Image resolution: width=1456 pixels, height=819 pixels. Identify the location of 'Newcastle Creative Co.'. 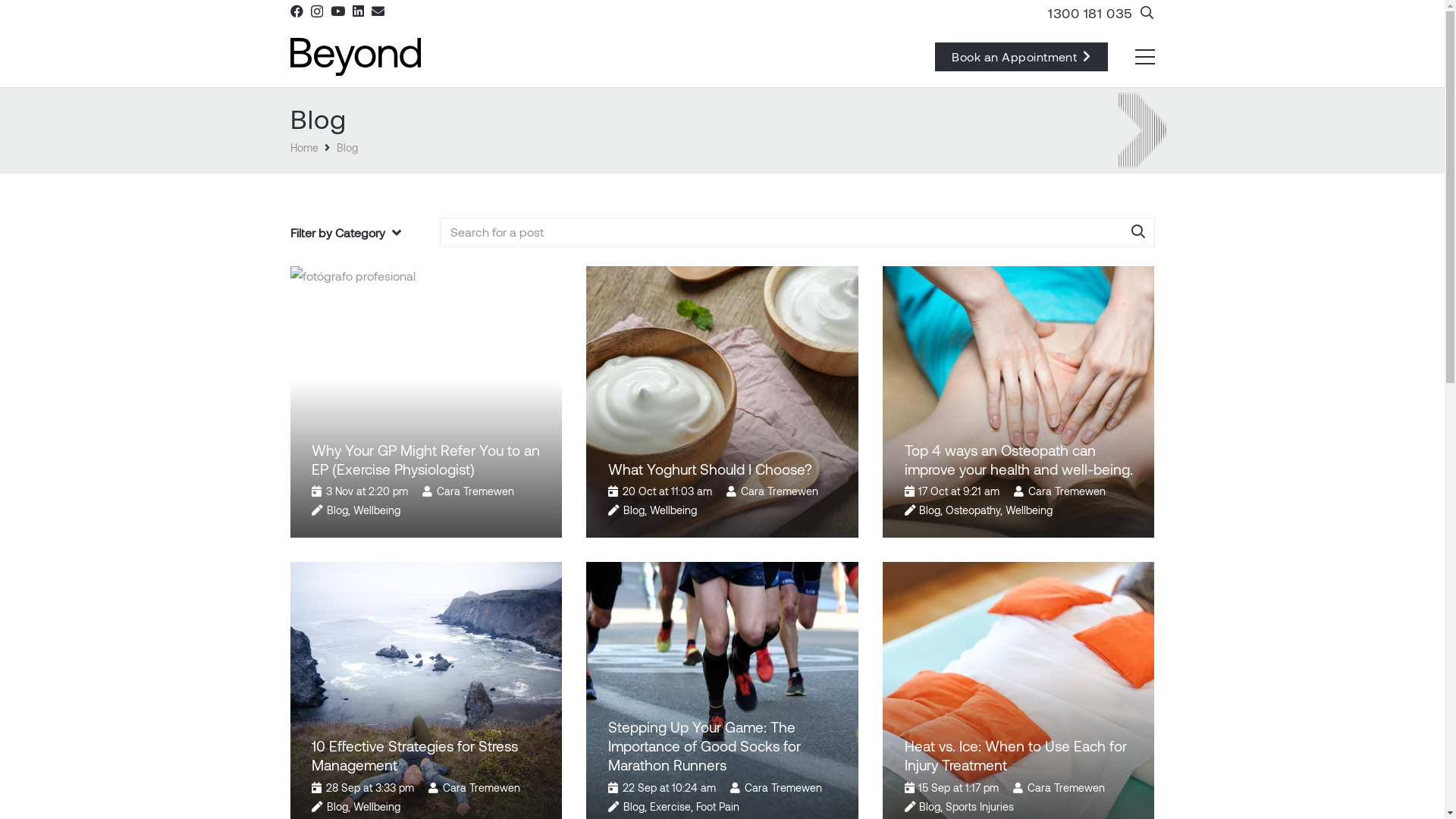
(913, 778).